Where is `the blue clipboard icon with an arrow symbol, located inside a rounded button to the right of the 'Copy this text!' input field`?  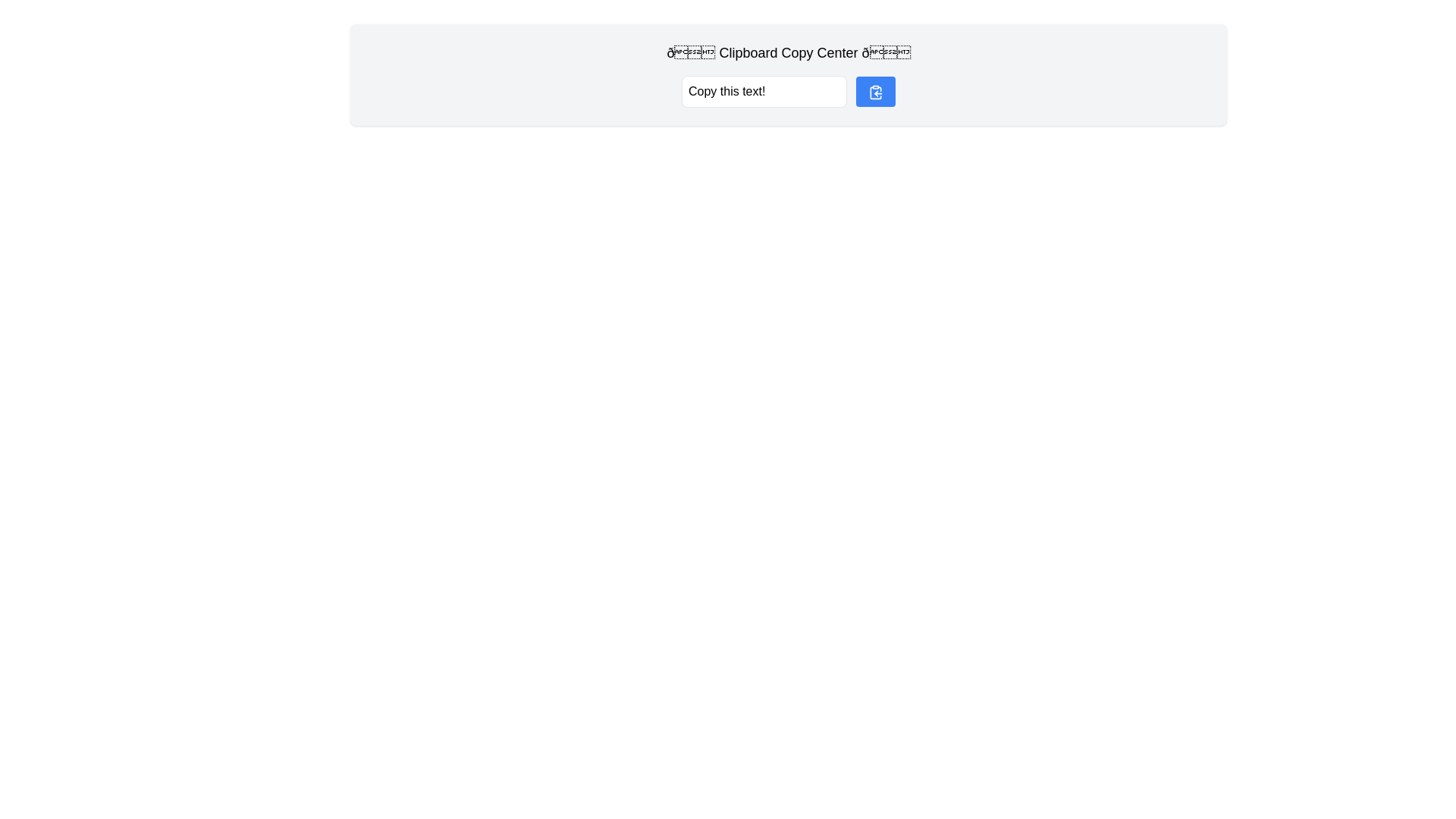 the blue clipboard icon with an arrow symbol, located inside a rounded button to the right of the 'Copy this text!' input field is located at coordinates (876, 91).